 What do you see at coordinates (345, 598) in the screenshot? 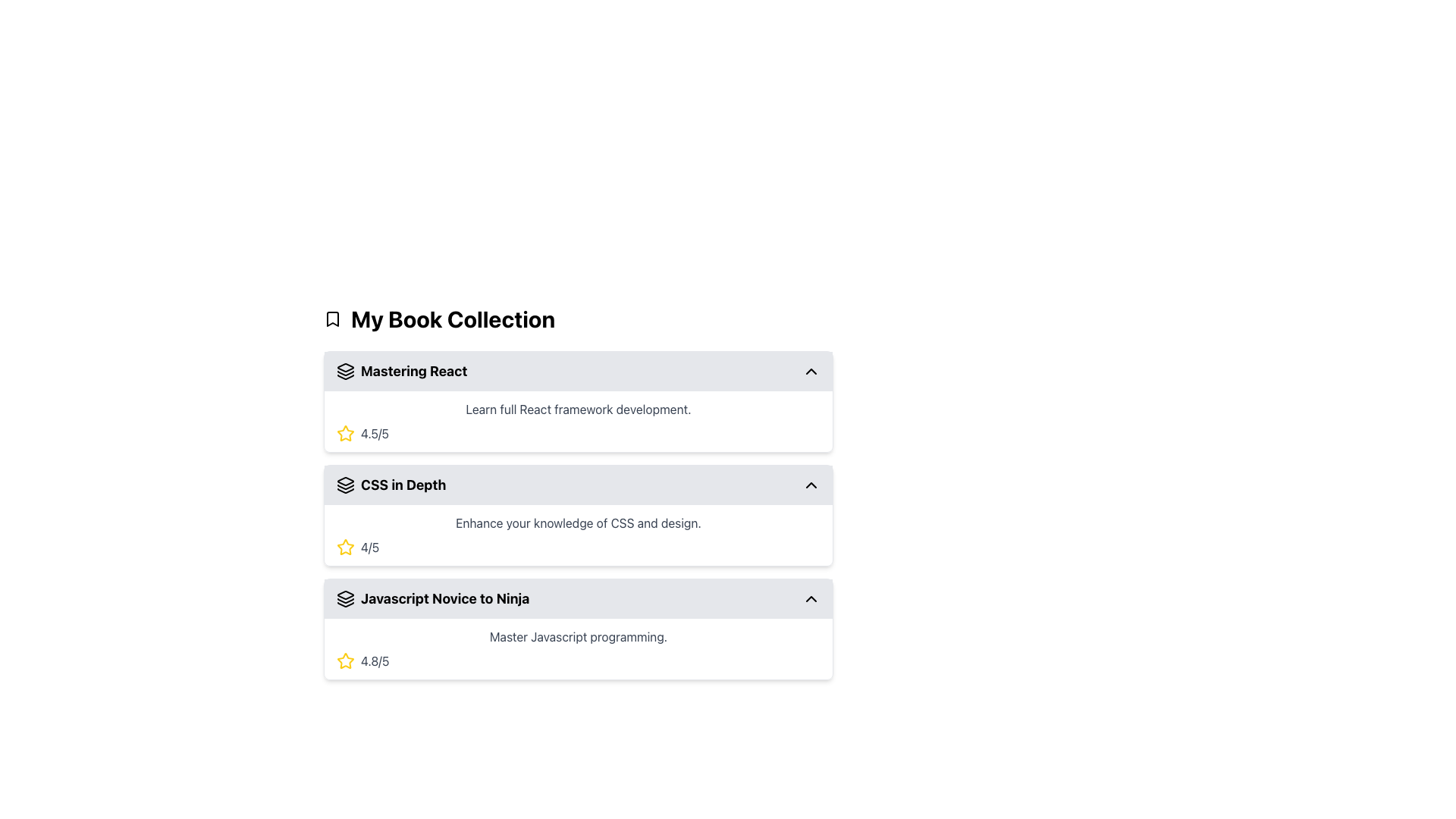
I see `the icon associated with the 'Javascript Novice to Ninja' book entry, which is located to the left of the text and centered vertically within its row` at bounding box center [345, 598].